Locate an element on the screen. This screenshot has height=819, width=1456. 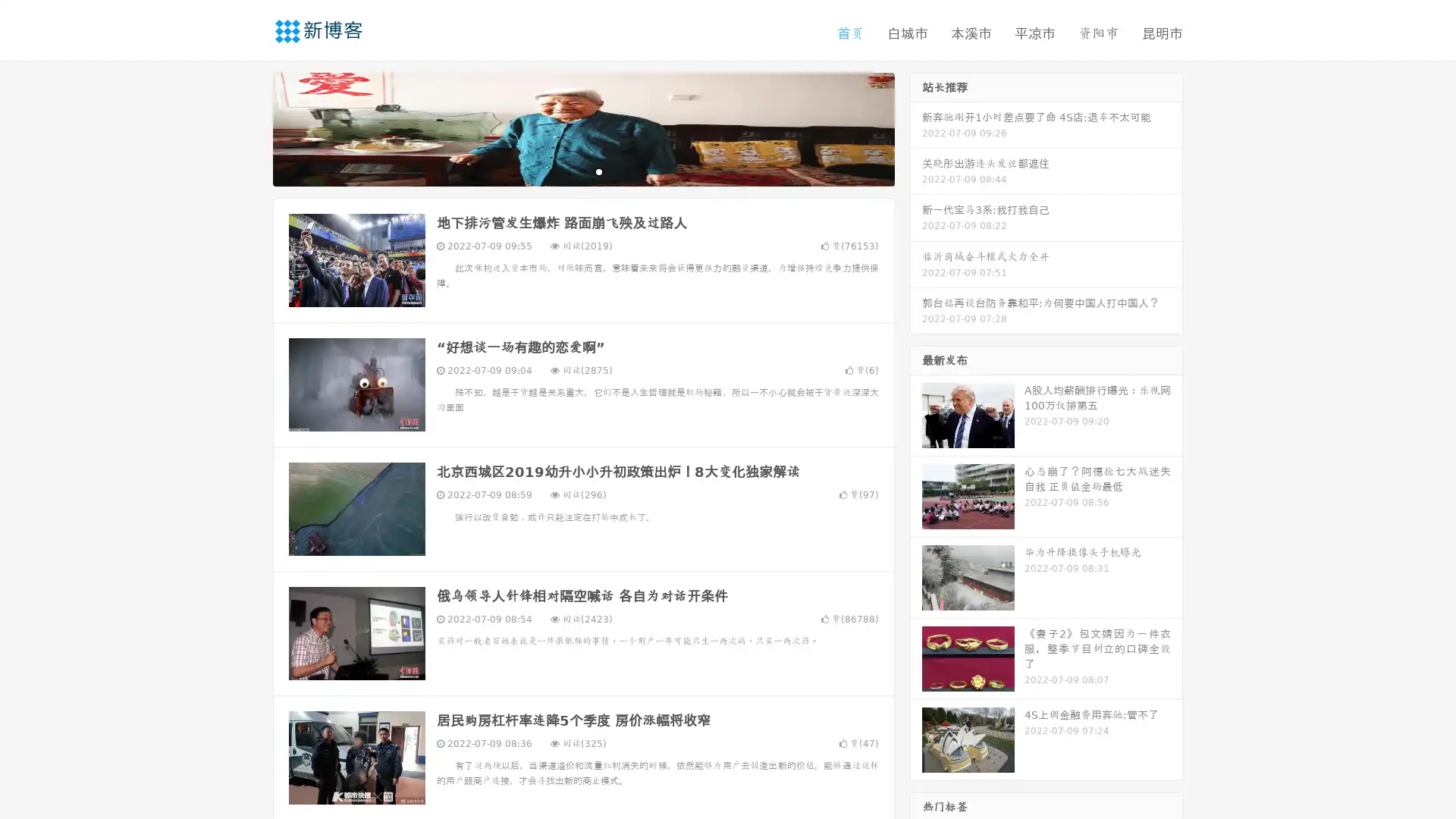
Go to slide 2 is located at coordinates (582, 171).